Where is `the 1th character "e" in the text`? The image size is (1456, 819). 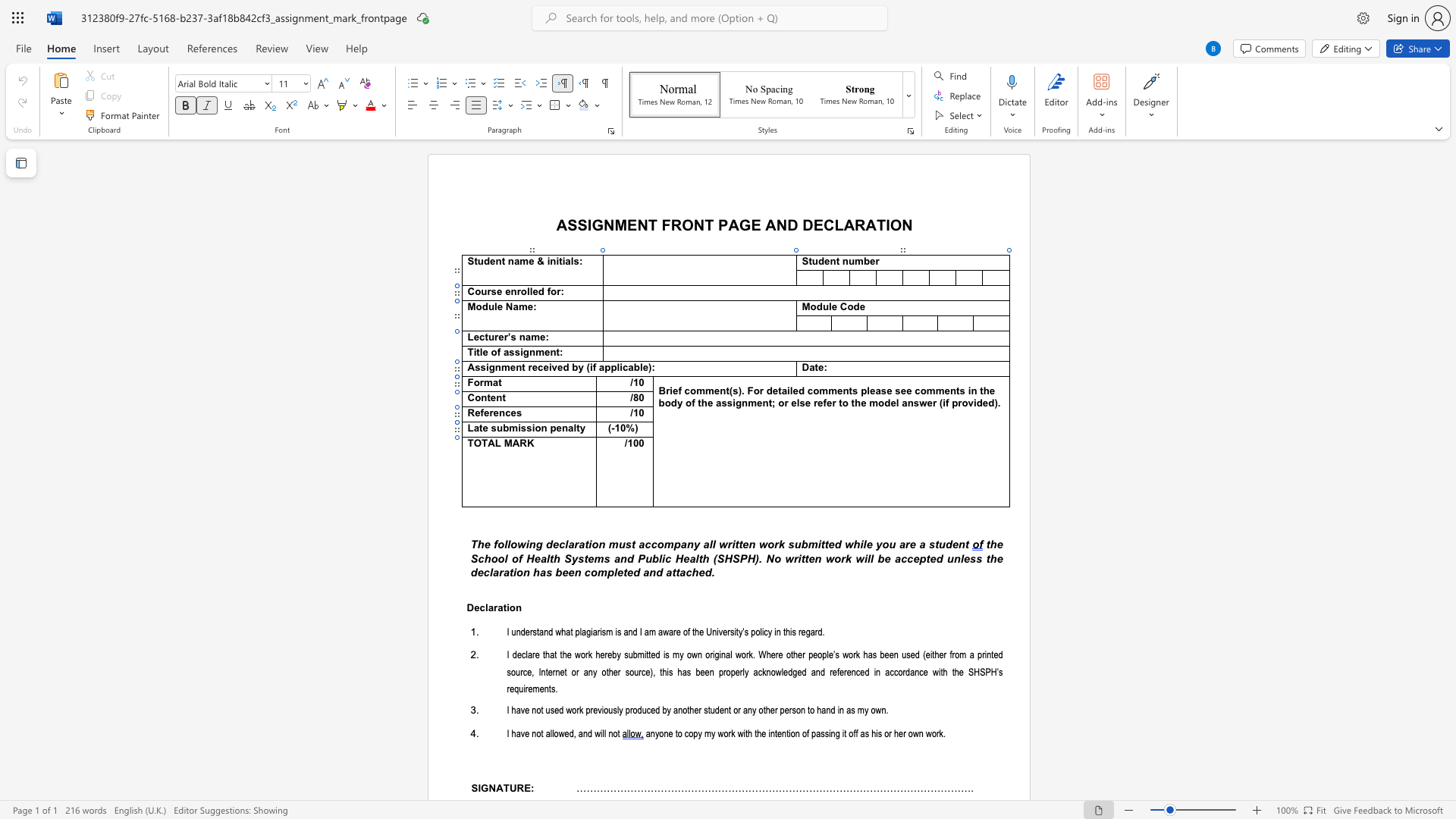 the 1th character "e" in the text is located at coordinates (826, 260).